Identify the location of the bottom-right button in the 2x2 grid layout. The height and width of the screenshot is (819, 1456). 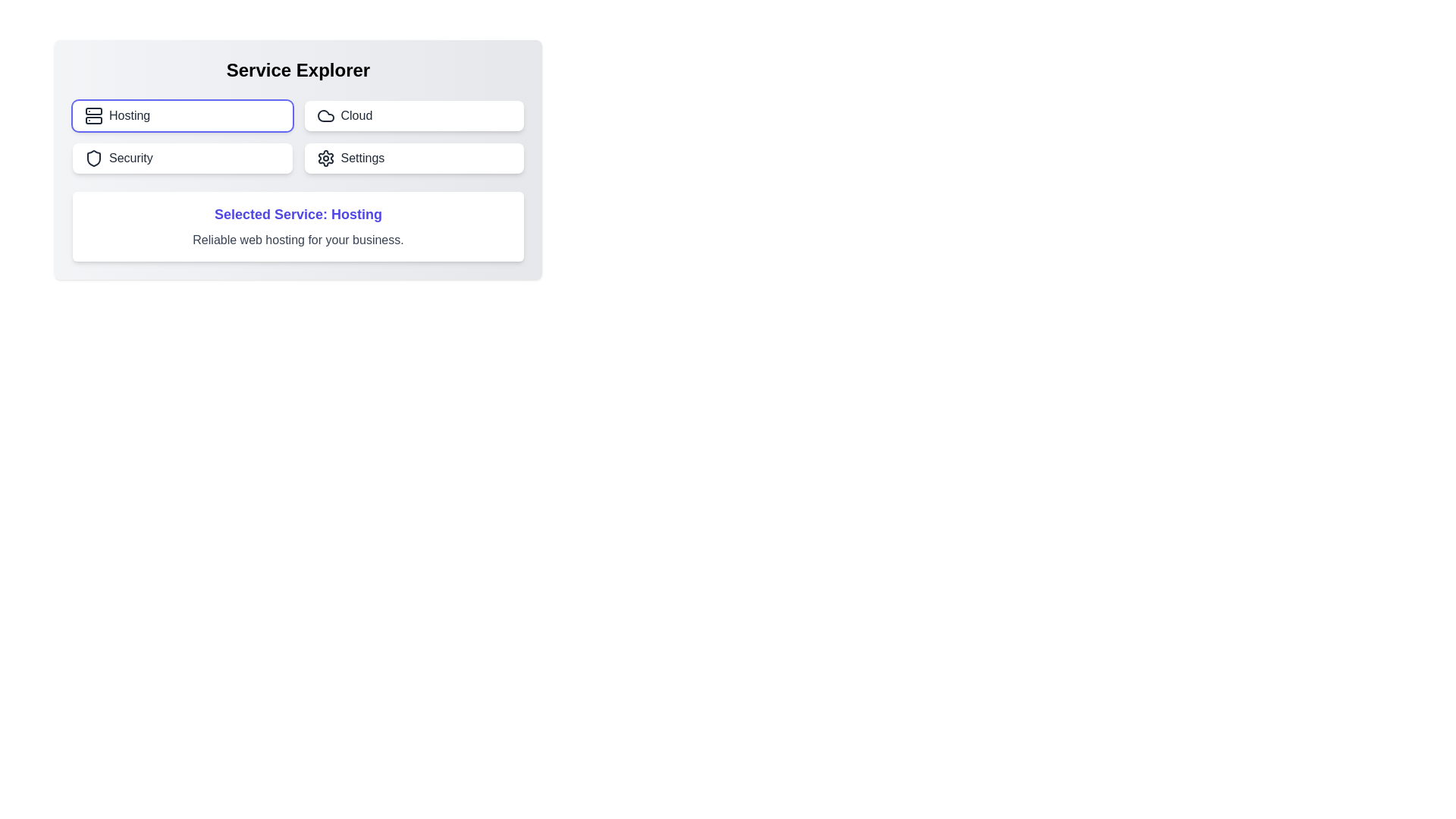
(414, 158).